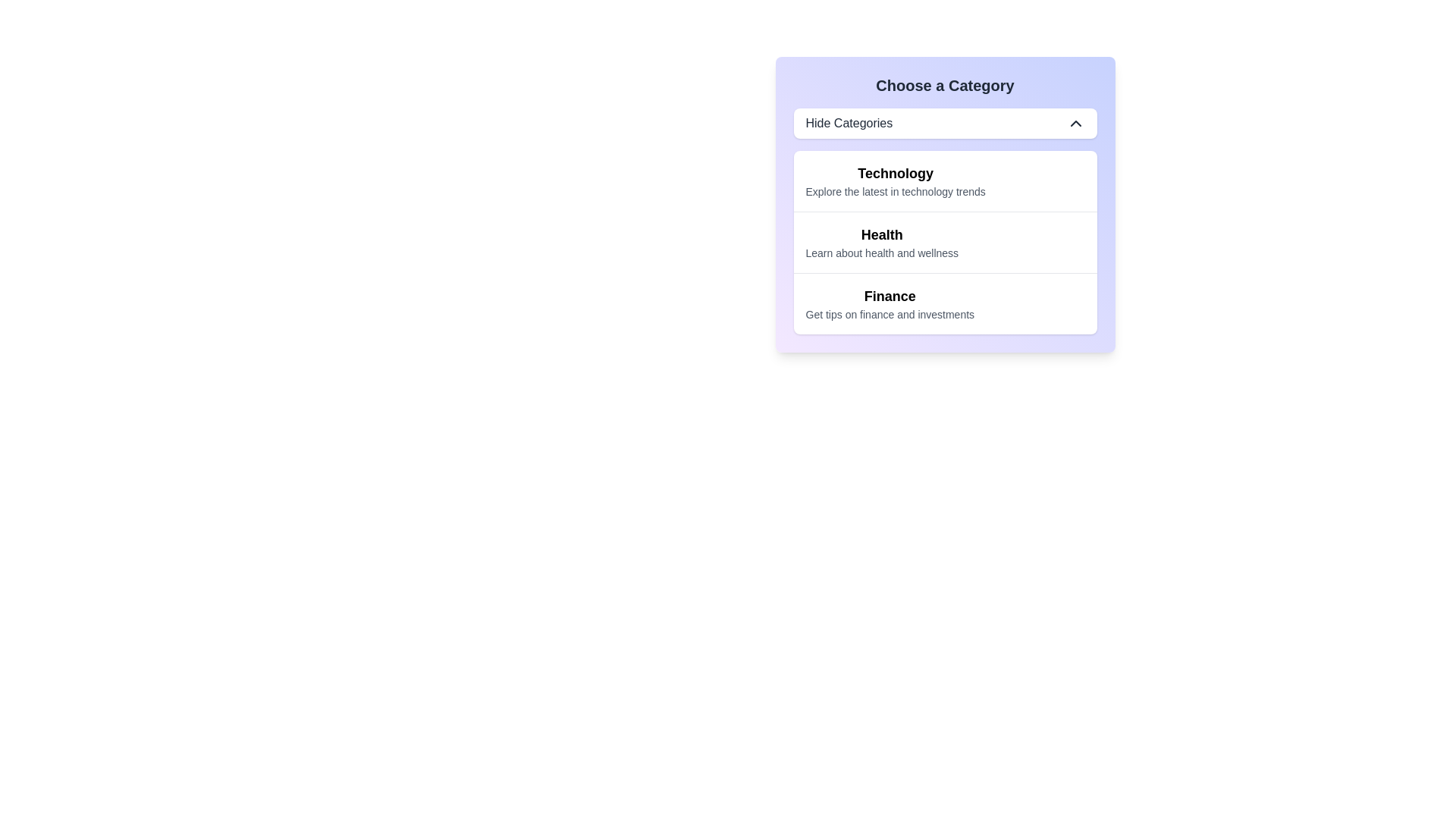 This screenshot has width=1456, height=819. What do you see at coordinates (1075, 122) in the screenshot?
I see `the Chevron-Up icon located at the rightmost side of the 'Hide Categories' header bar` at bounding box center [1075, 122].